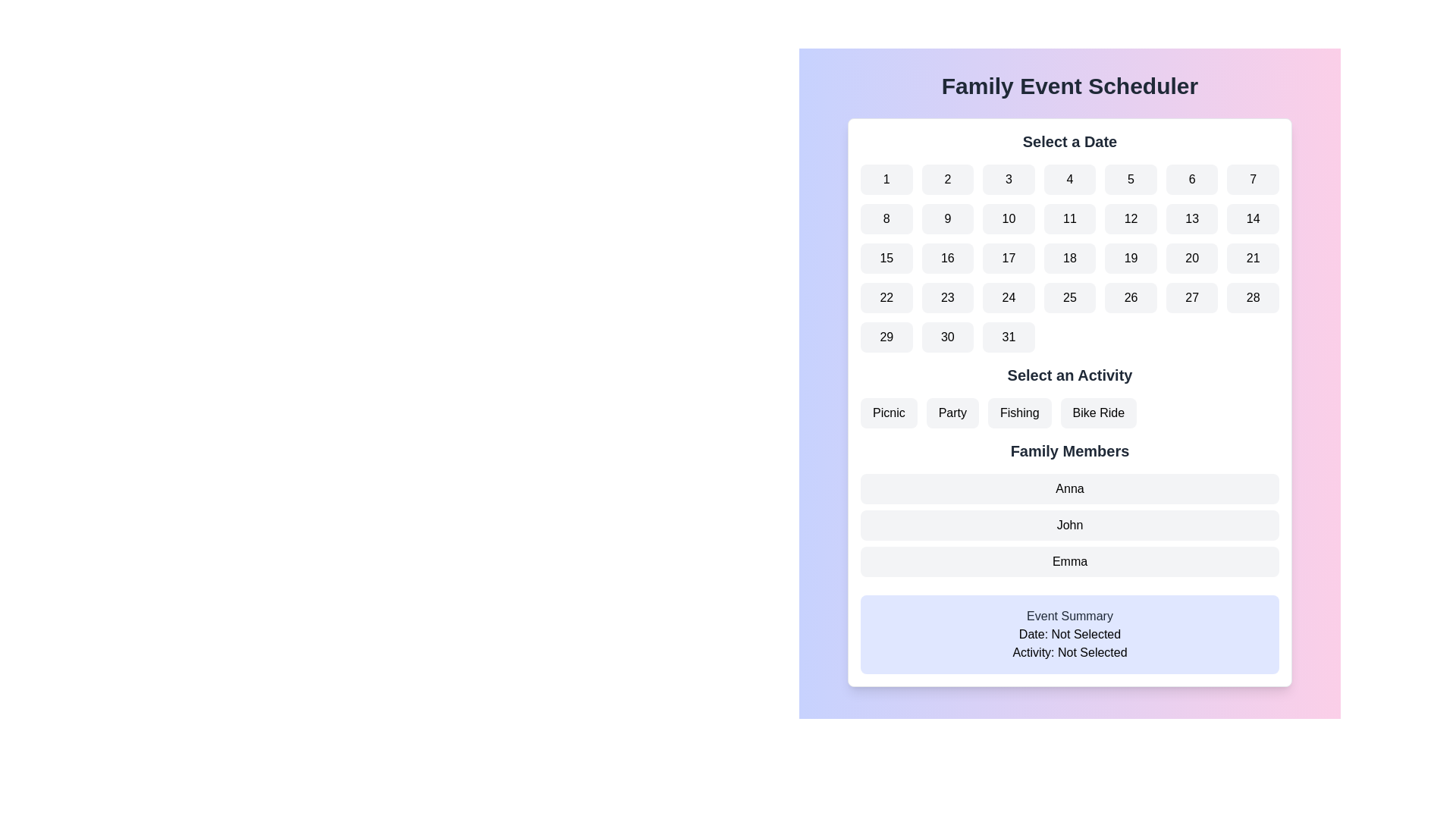 The height and width of the screenshot is (819, 1456). I want to click on the button representing the 23rd day of the month in the calendar date picker interface, so click(946, 298).